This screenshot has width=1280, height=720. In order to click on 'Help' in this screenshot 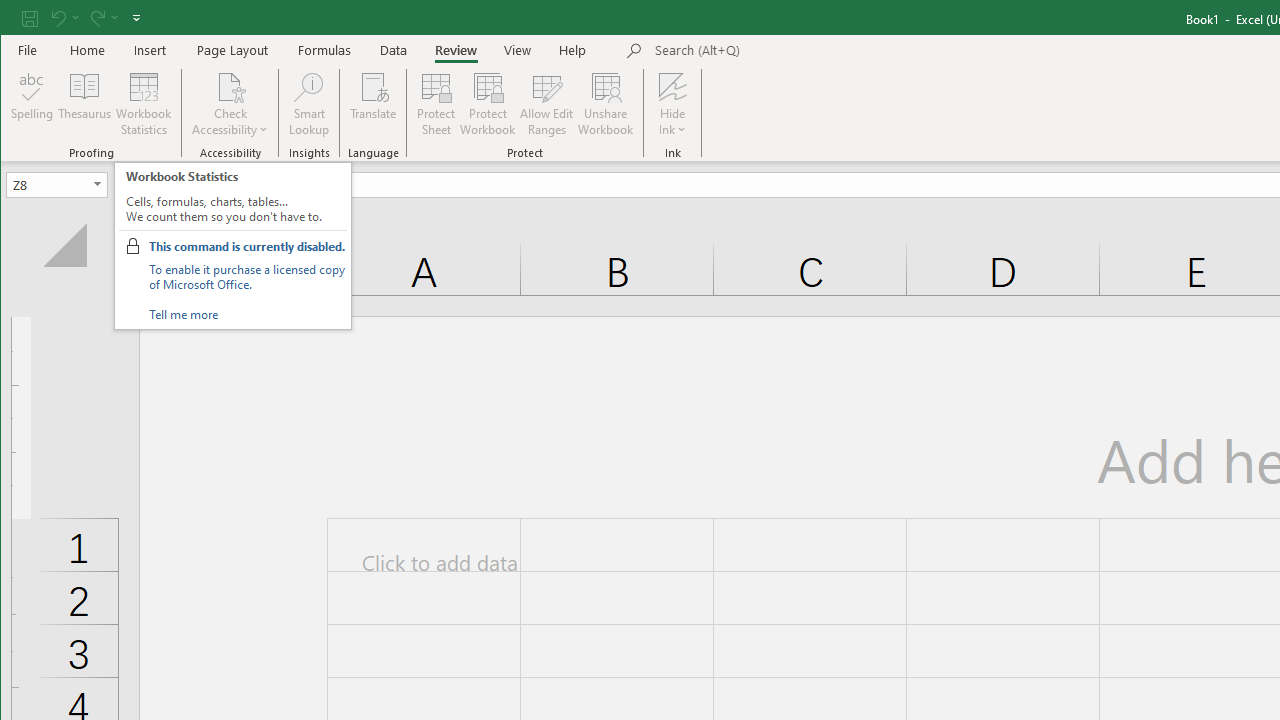, I will do `click(572, 49)`.